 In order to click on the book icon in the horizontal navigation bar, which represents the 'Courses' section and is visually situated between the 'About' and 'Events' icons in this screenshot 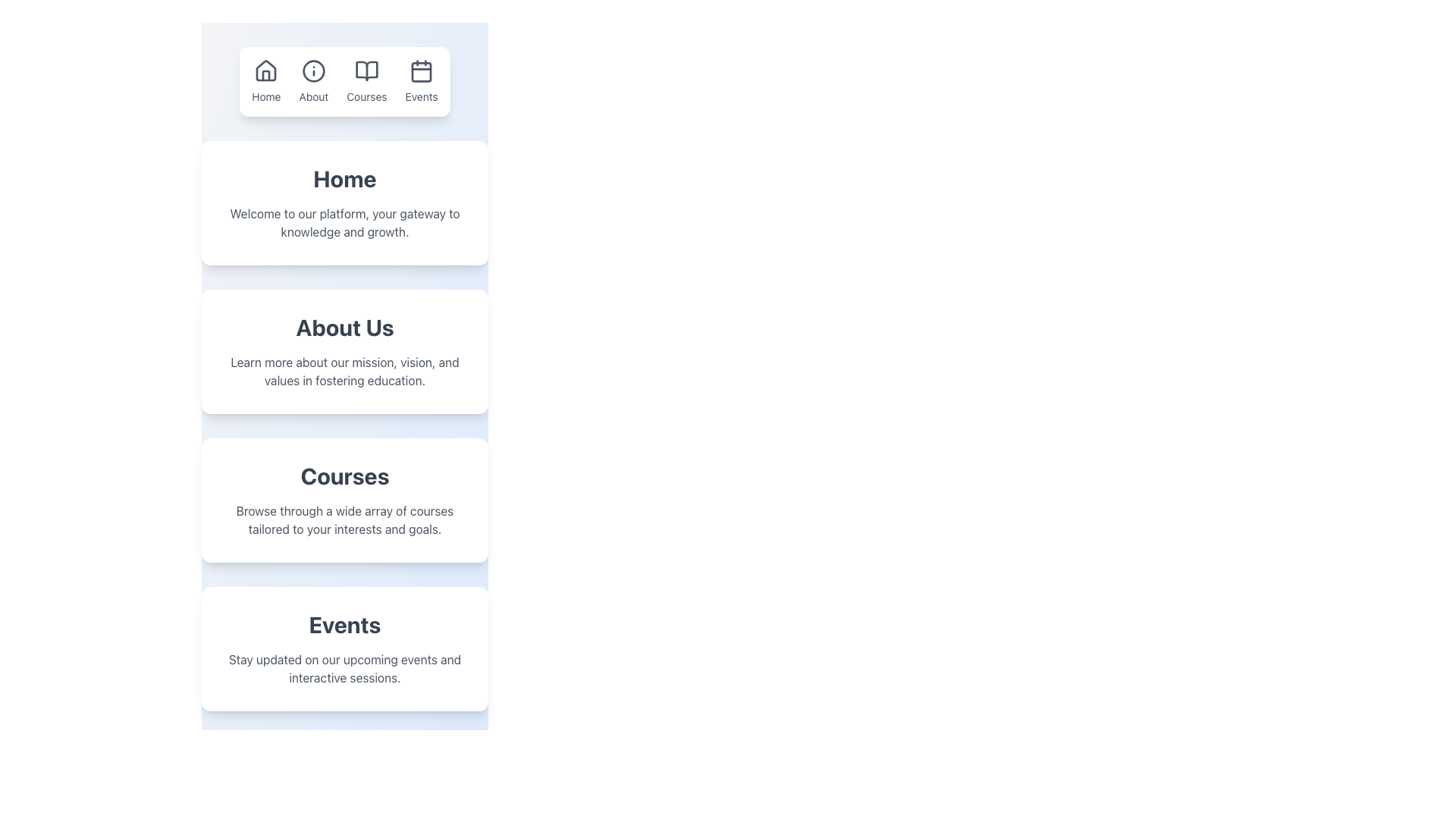, I will do `click(366, 71)`.